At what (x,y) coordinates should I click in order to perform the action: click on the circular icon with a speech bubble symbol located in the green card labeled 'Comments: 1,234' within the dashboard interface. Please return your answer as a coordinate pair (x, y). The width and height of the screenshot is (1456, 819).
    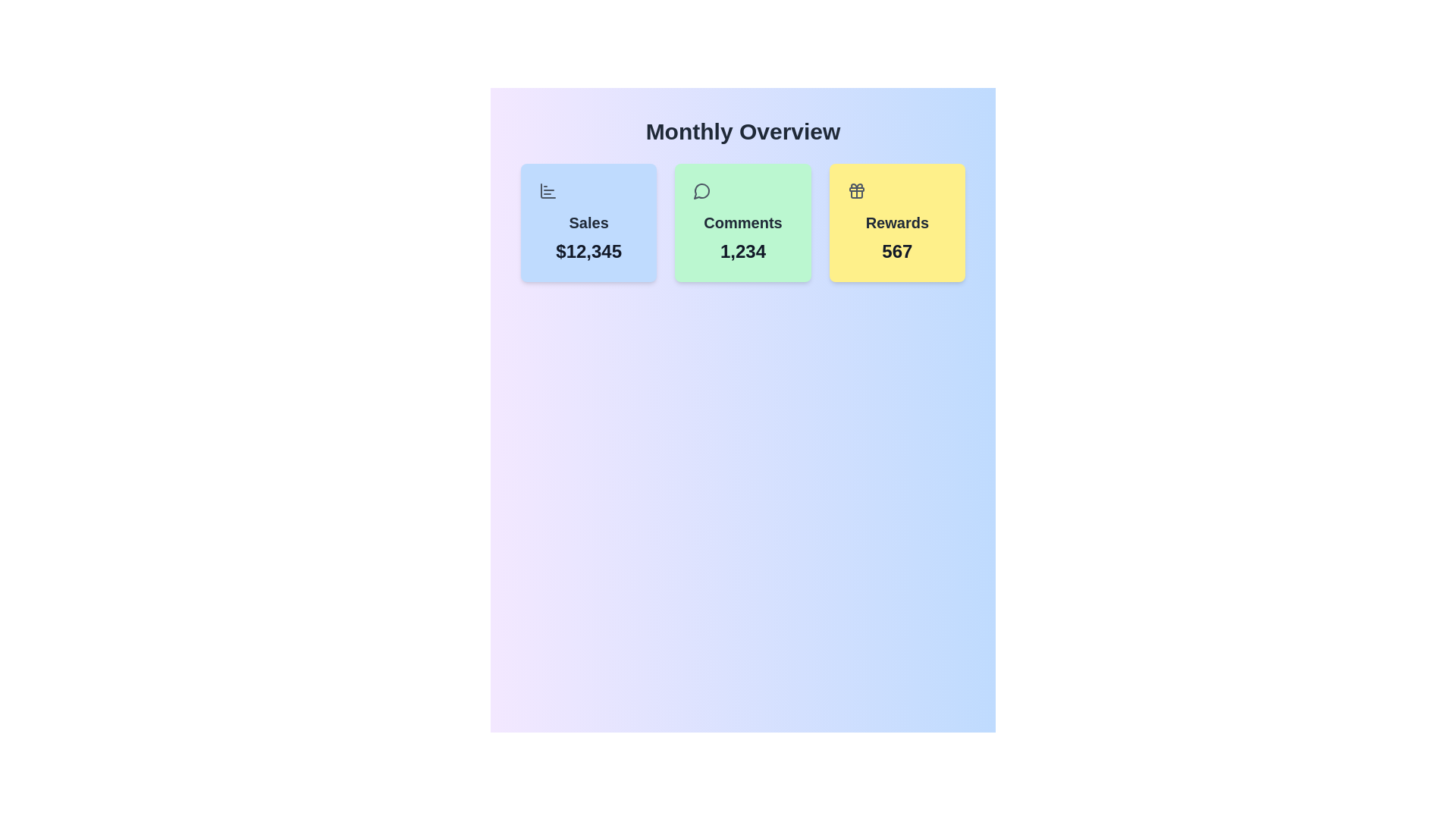
    Looking at the image, I should click on (701, 190).